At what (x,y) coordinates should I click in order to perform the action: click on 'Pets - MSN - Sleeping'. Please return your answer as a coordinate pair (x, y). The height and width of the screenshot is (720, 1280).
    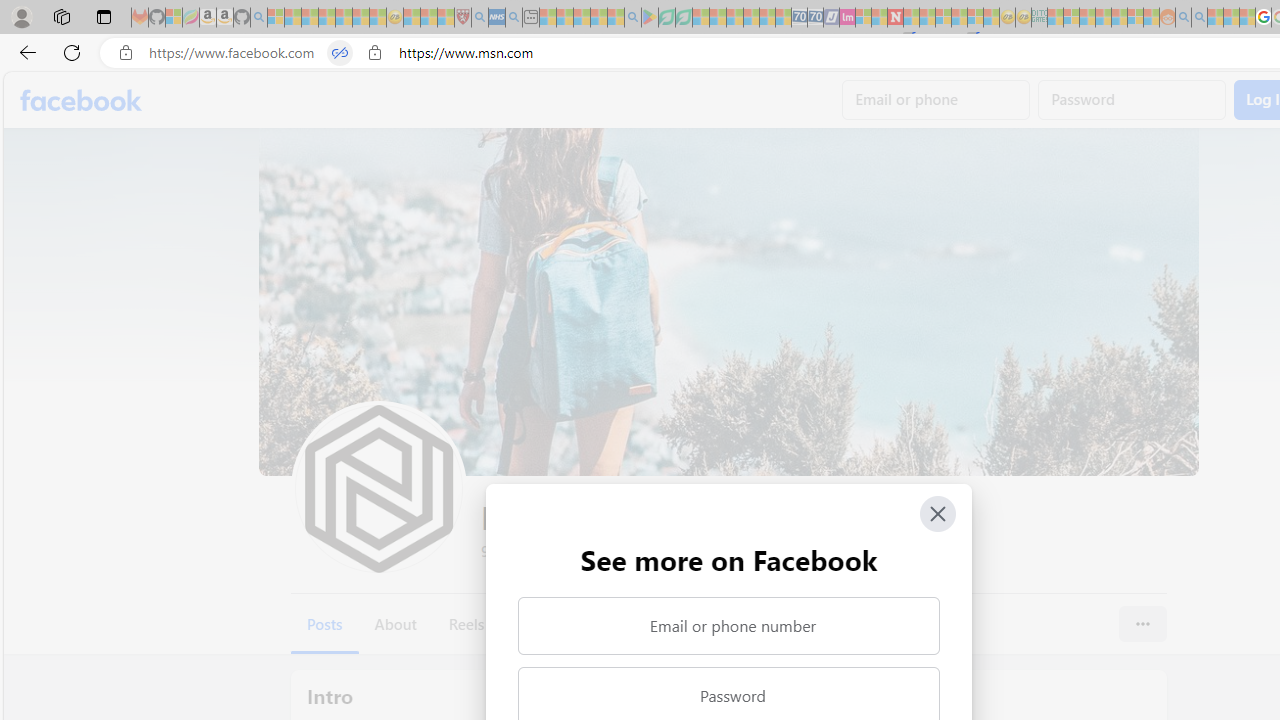
    Looking at the image, I should click on (598, 17).